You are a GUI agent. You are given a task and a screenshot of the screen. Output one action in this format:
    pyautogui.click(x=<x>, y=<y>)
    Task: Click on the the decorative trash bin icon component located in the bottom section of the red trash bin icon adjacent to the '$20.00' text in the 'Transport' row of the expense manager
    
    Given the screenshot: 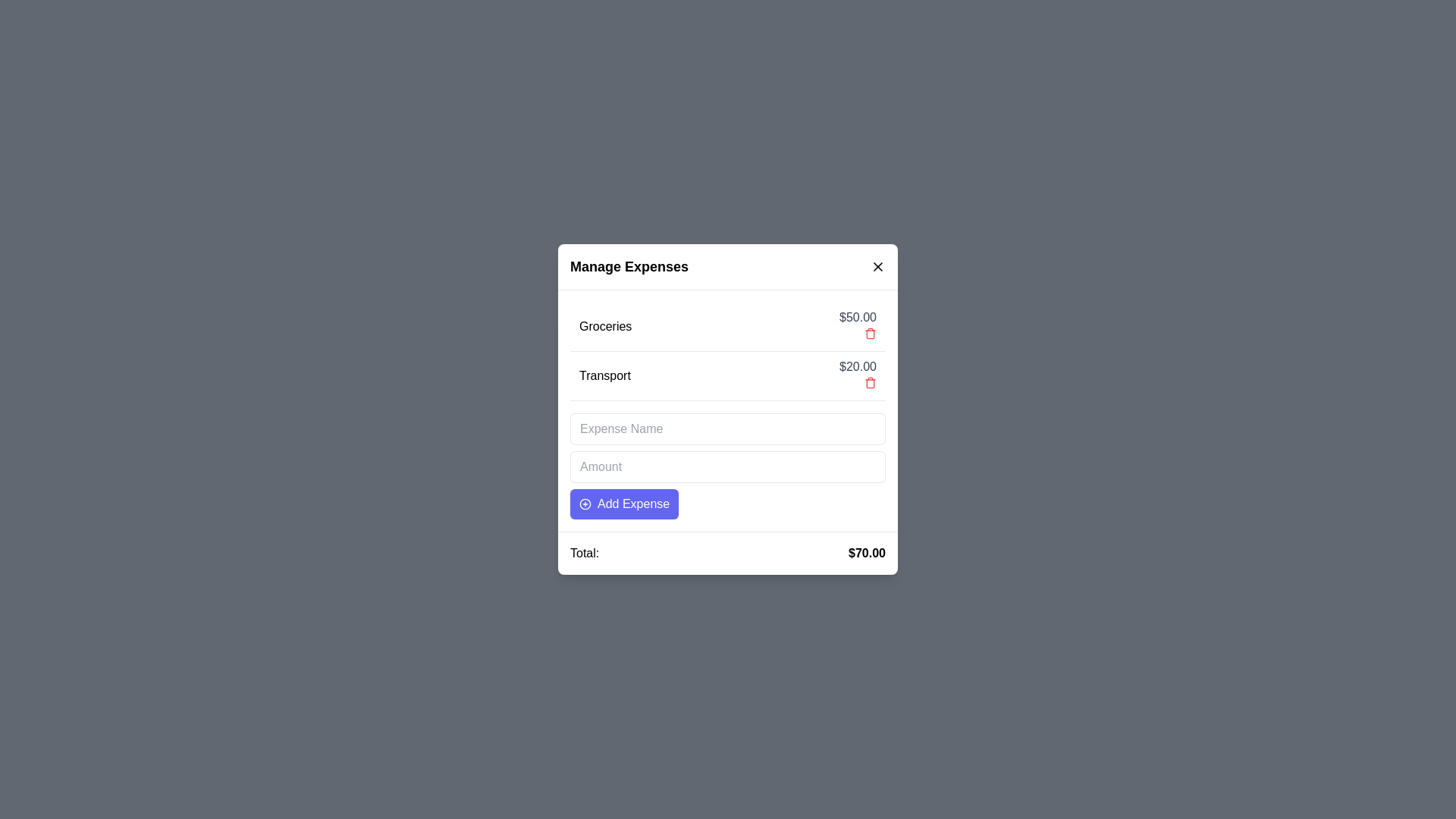 What is the action you would take?
    pyautogui.click(x=870, y=333)
    